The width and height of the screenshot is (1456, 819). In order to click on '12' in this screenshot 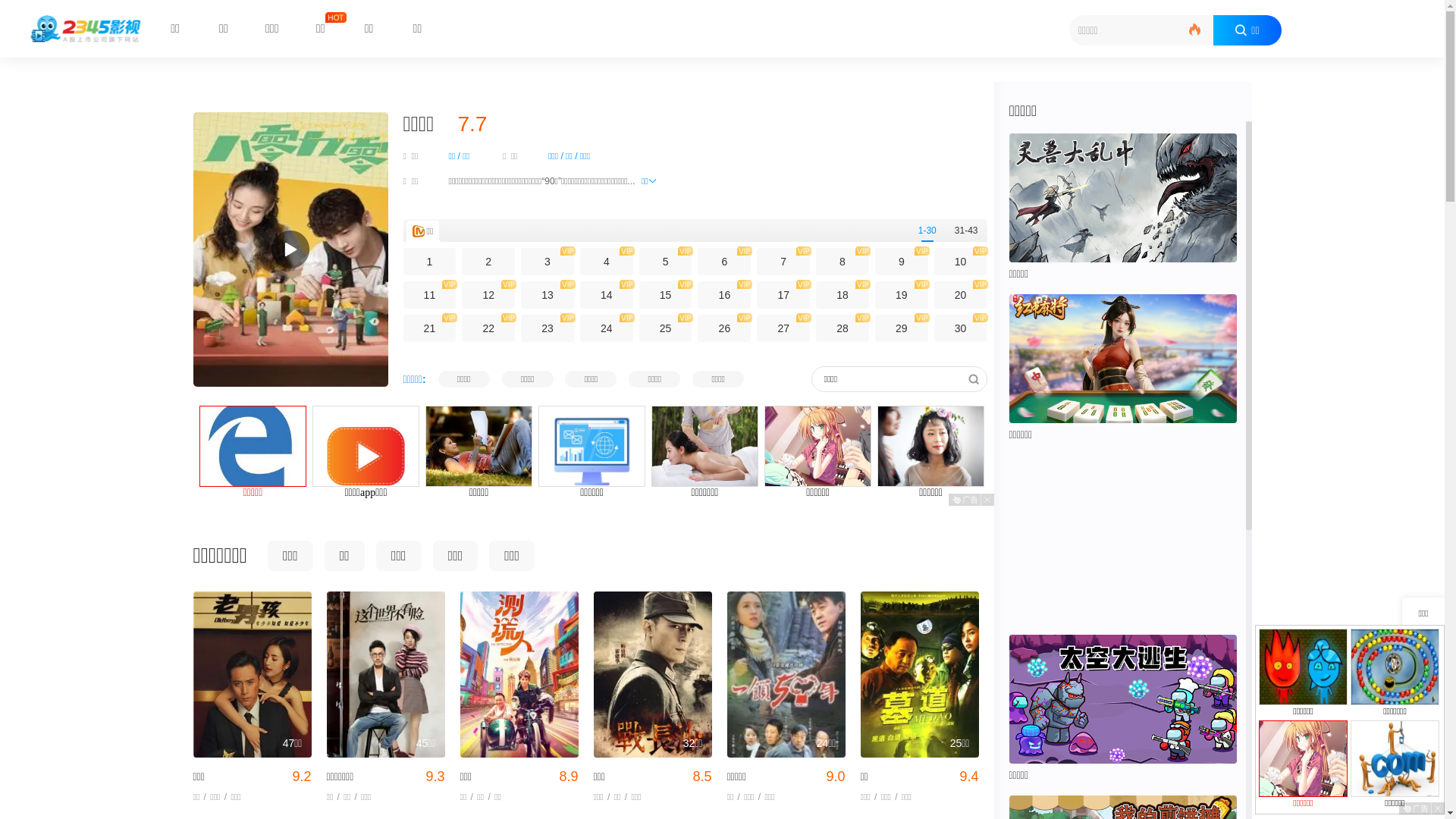, I will do `click(488, 295)`.